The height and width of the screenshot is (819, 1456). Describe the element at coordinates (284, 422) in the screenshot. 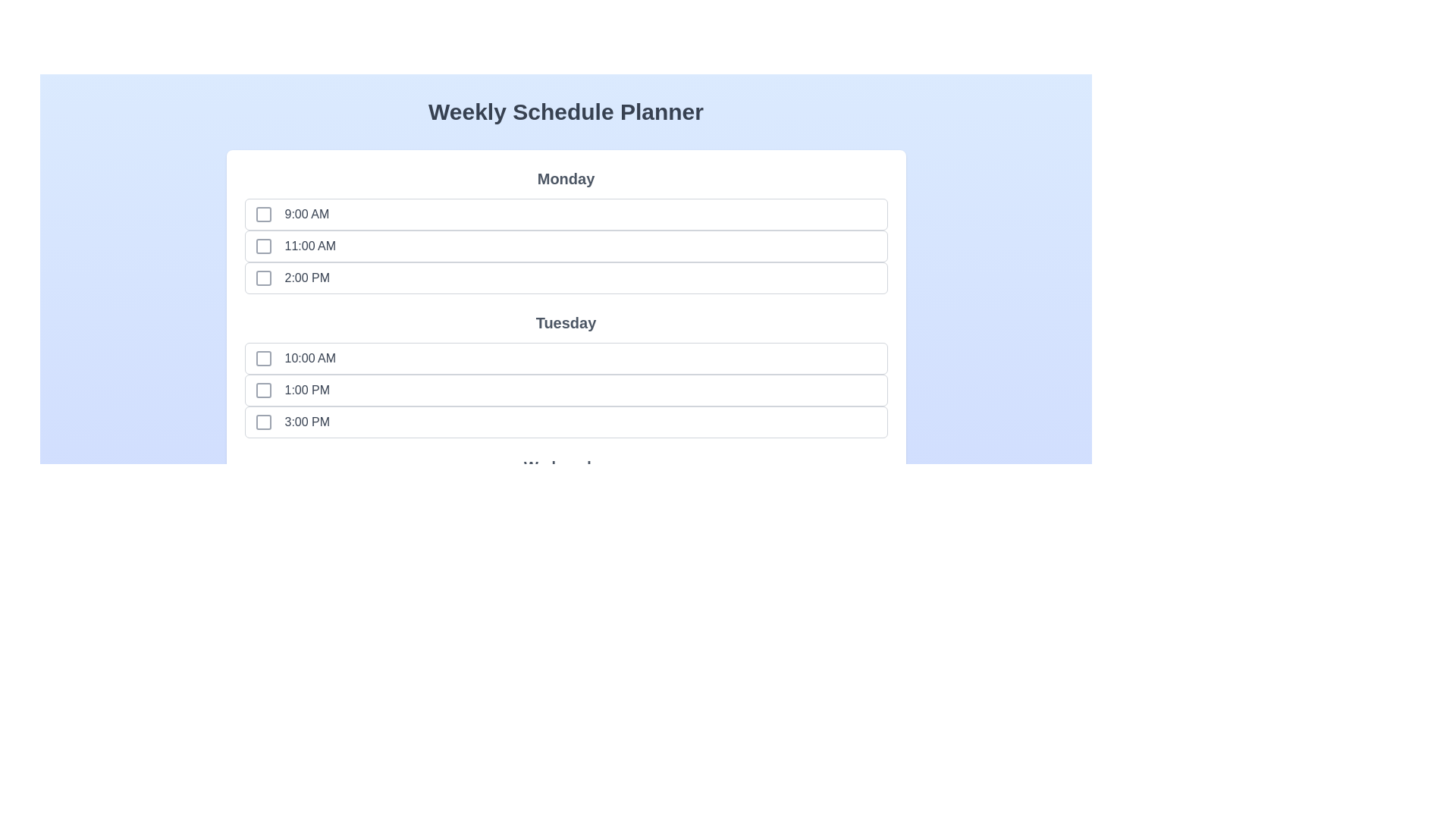

I see `the time slot labeled 3:00 PM to observe the hover effect` at that location.